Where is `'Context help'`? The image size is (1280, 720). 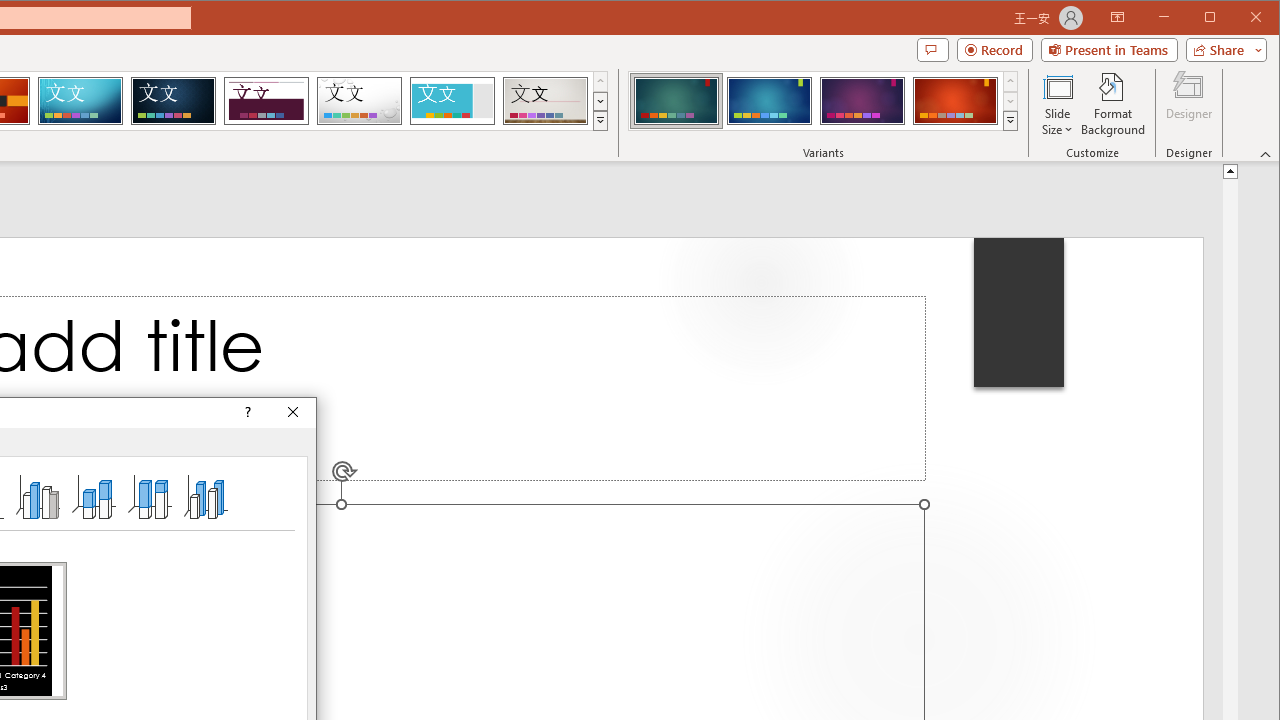
'Context help' is located at coordinates (245, 411).